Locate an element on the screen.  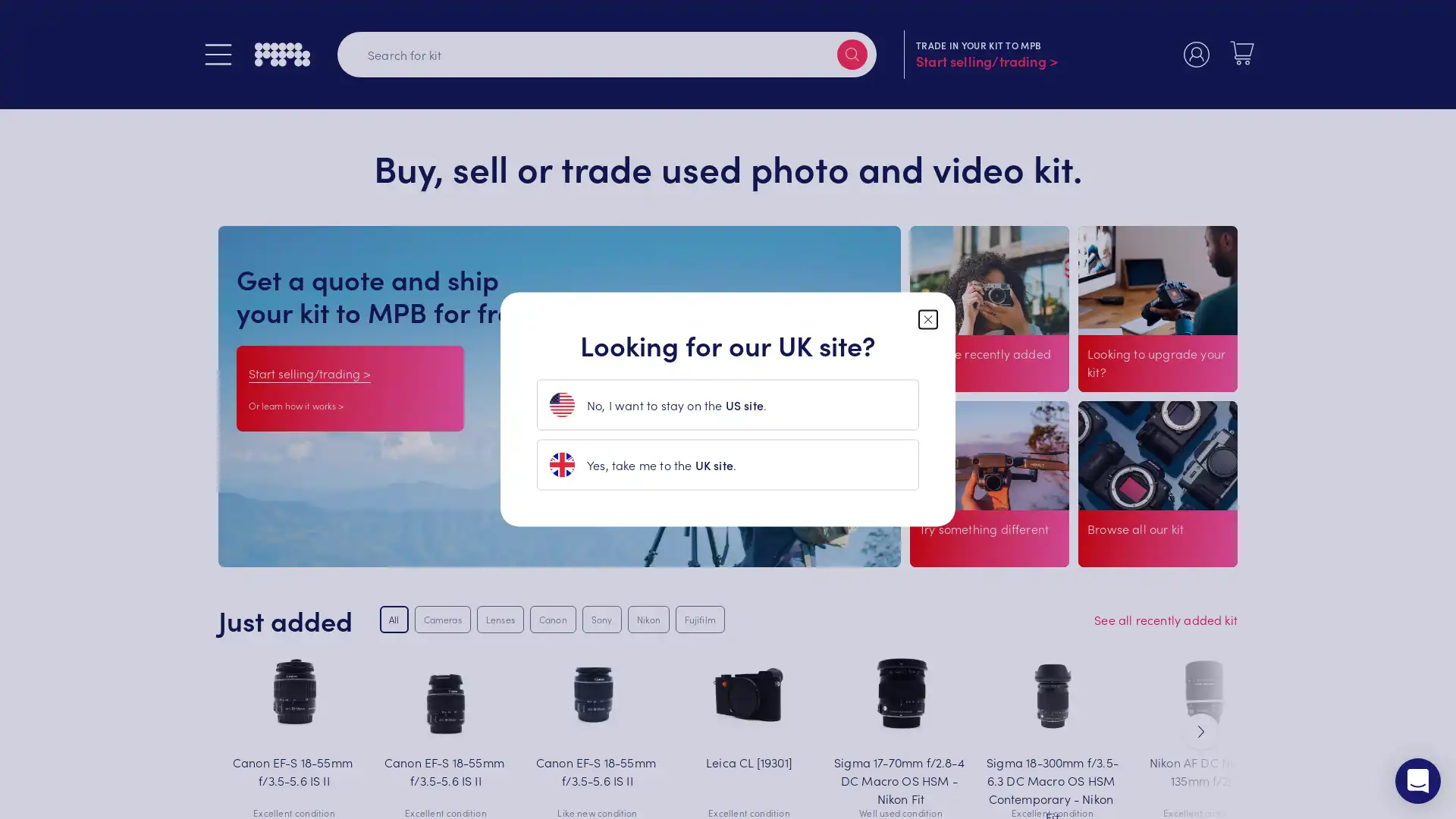
Next is located at coordinates (1200, 730).